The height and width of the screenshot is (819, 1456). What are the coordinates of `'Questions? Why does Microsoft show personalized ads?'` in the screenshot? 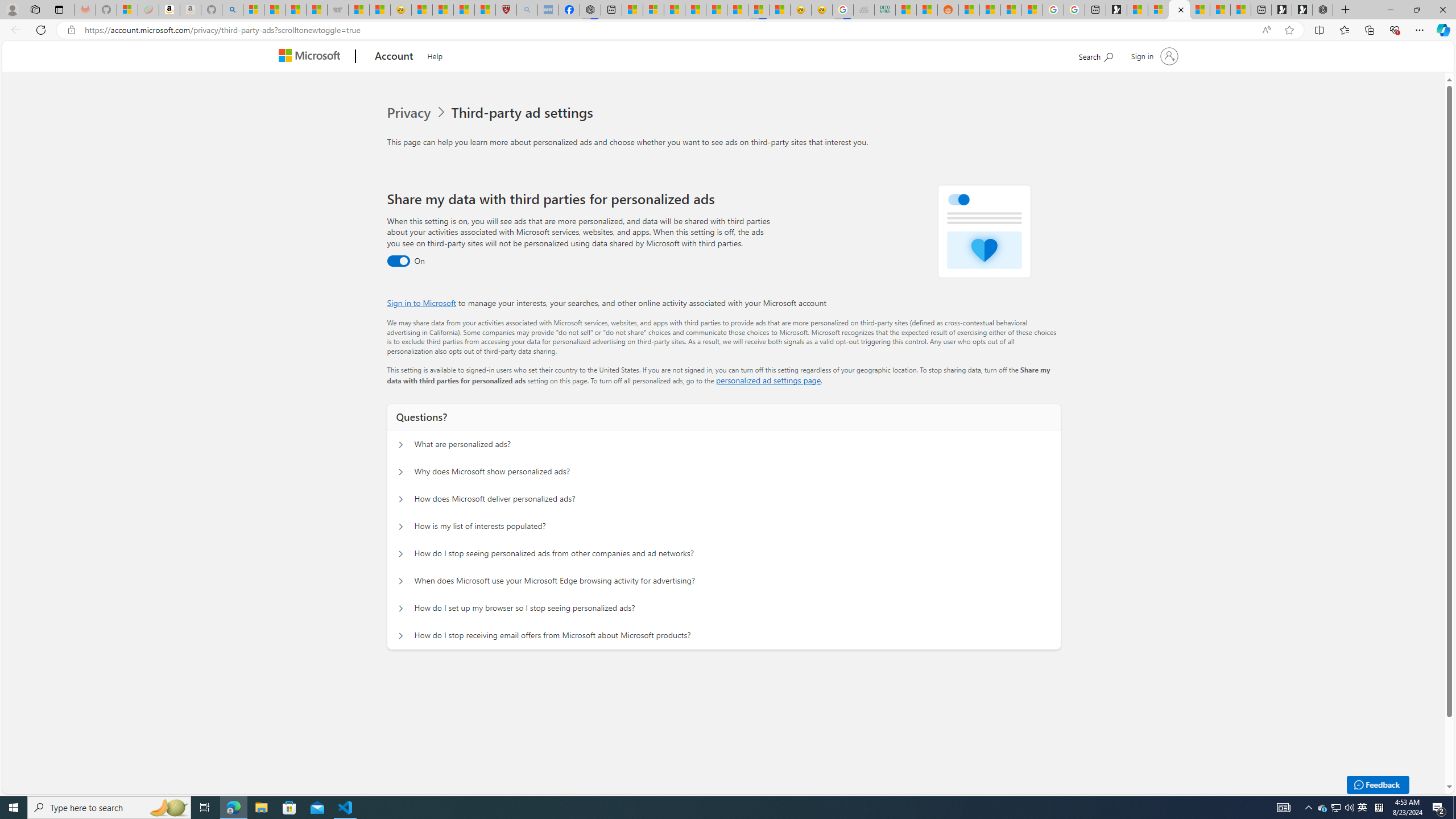 It's located at (401, 472).